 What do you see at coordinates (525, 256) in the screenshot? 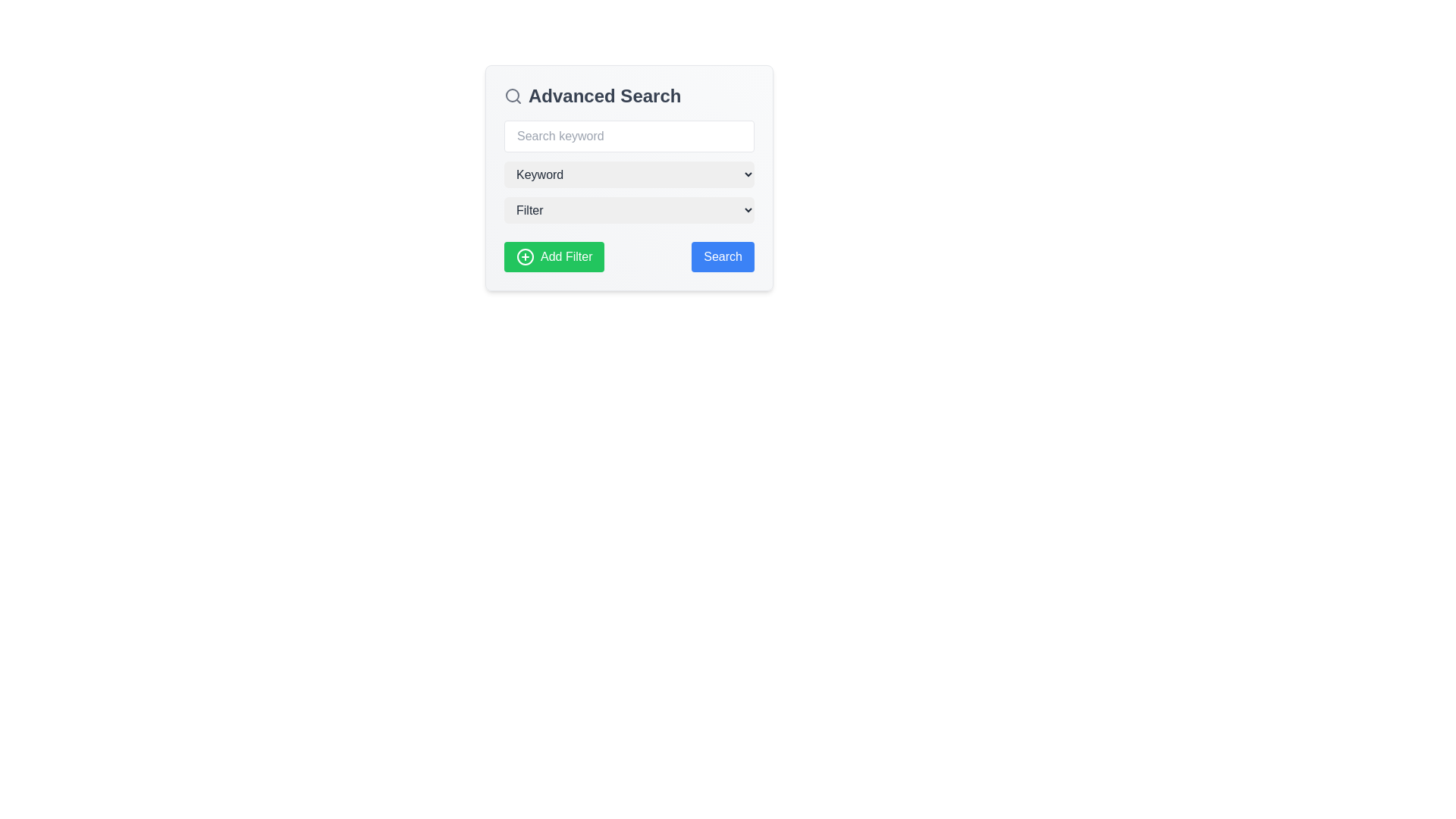
I see `the 'Add Filter' button by moving the cursor to the center of the decorative icon located inside the green rounded button` at bounding box center [525, 256].